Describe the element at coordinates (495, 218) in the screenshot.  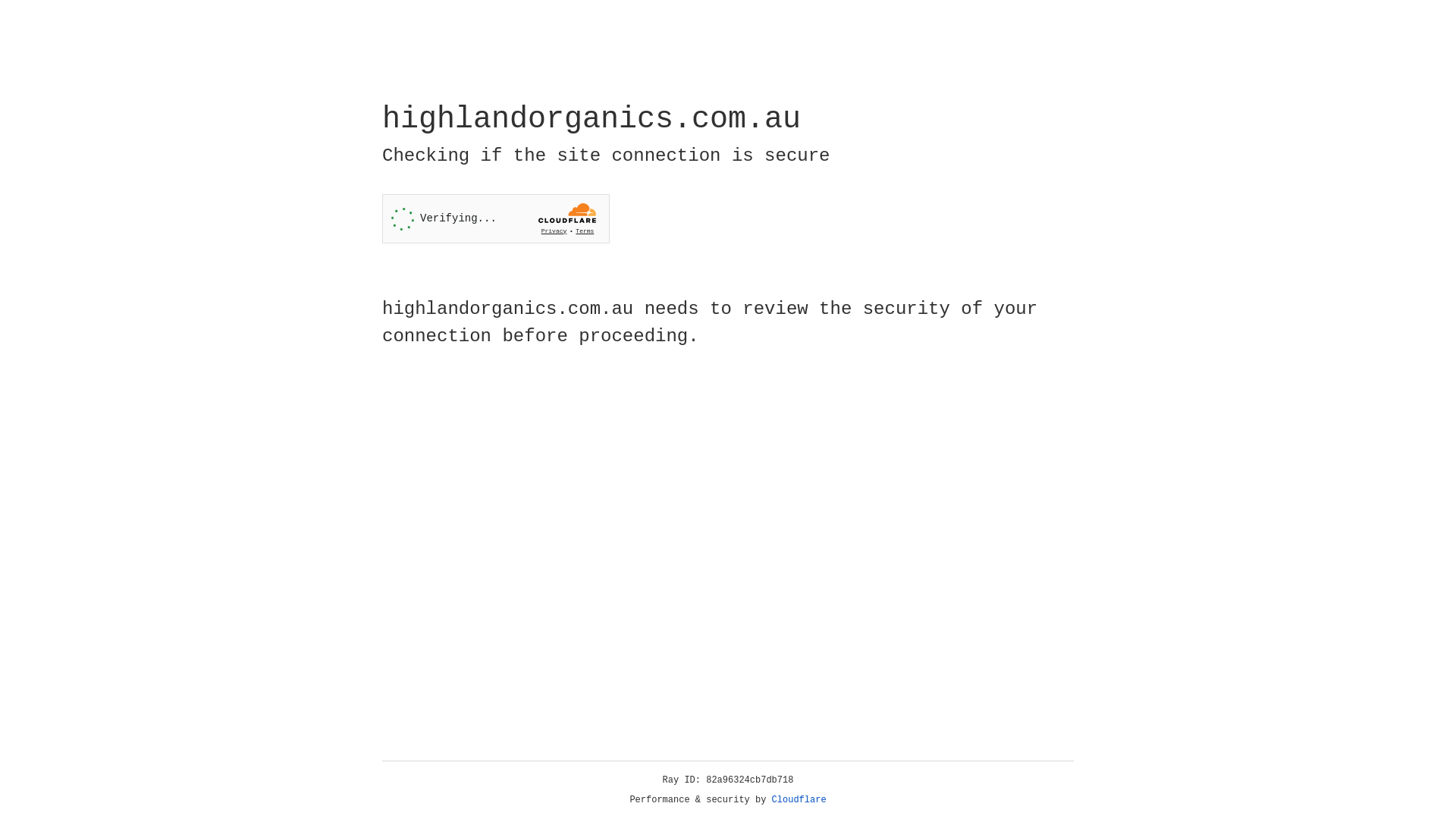
I see `'Widget containing a Cloudflare security challenge'` at that location.